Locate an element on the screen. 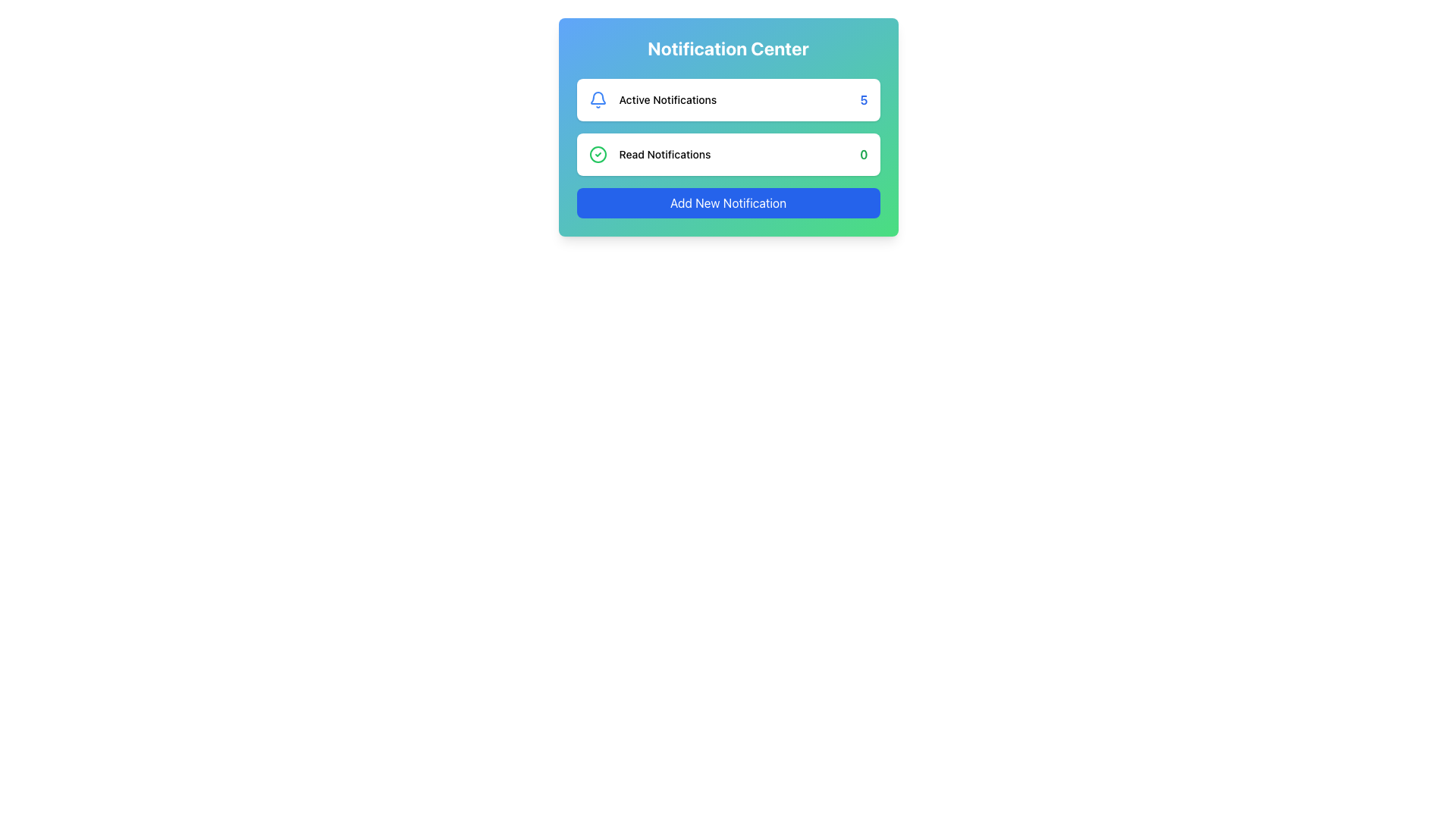 Image resolution: width=1456 pixels, height=819 pixels. the 'Read Notifications' icon located to the left of the text 'Read Notifications' in the Notification Center, indicating the status of read notifications is located at coordinates (597, 155).